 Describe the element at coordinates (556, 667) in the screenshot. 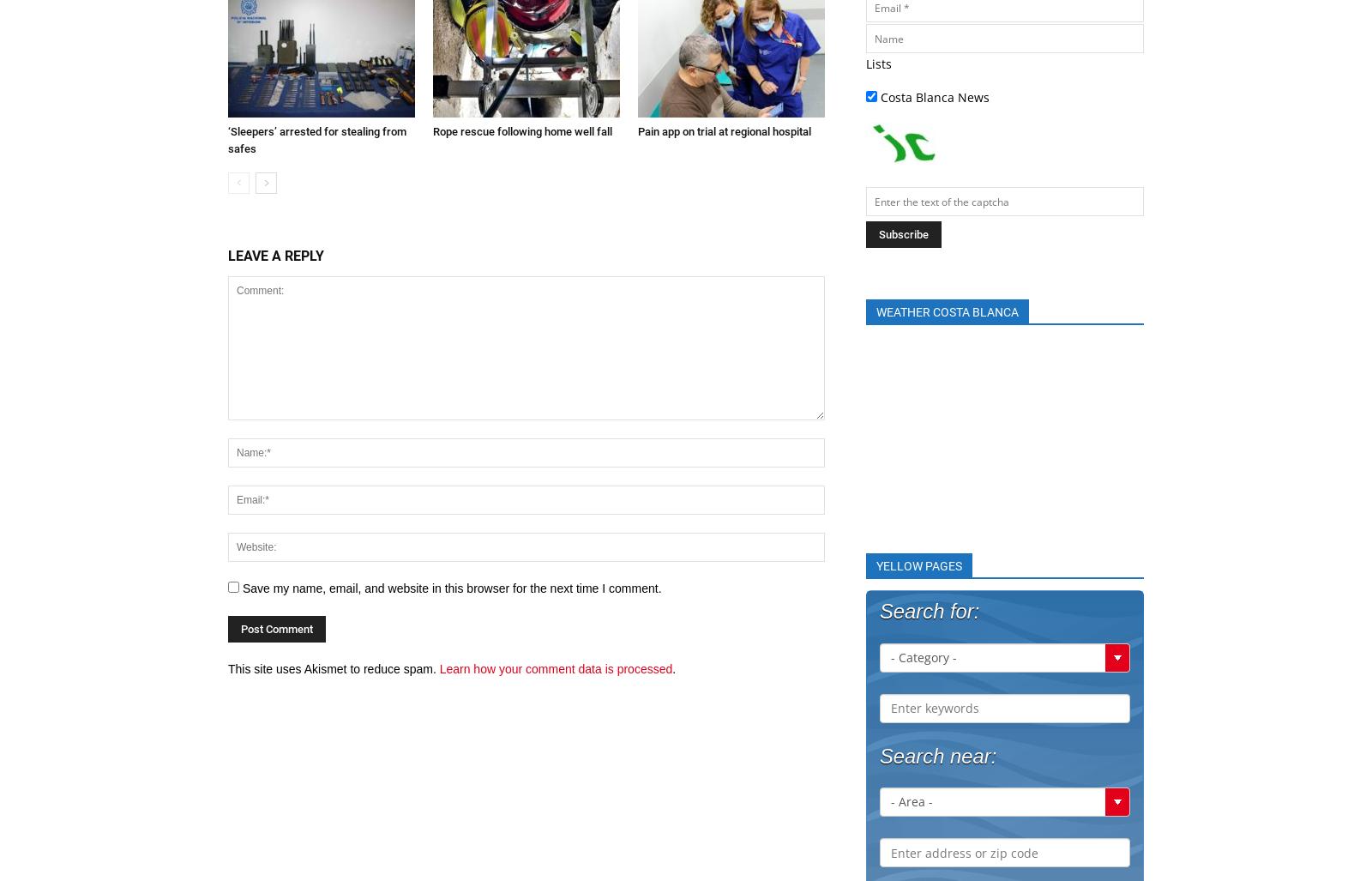

I see `'Learn how your comment data is processed'` at that location.